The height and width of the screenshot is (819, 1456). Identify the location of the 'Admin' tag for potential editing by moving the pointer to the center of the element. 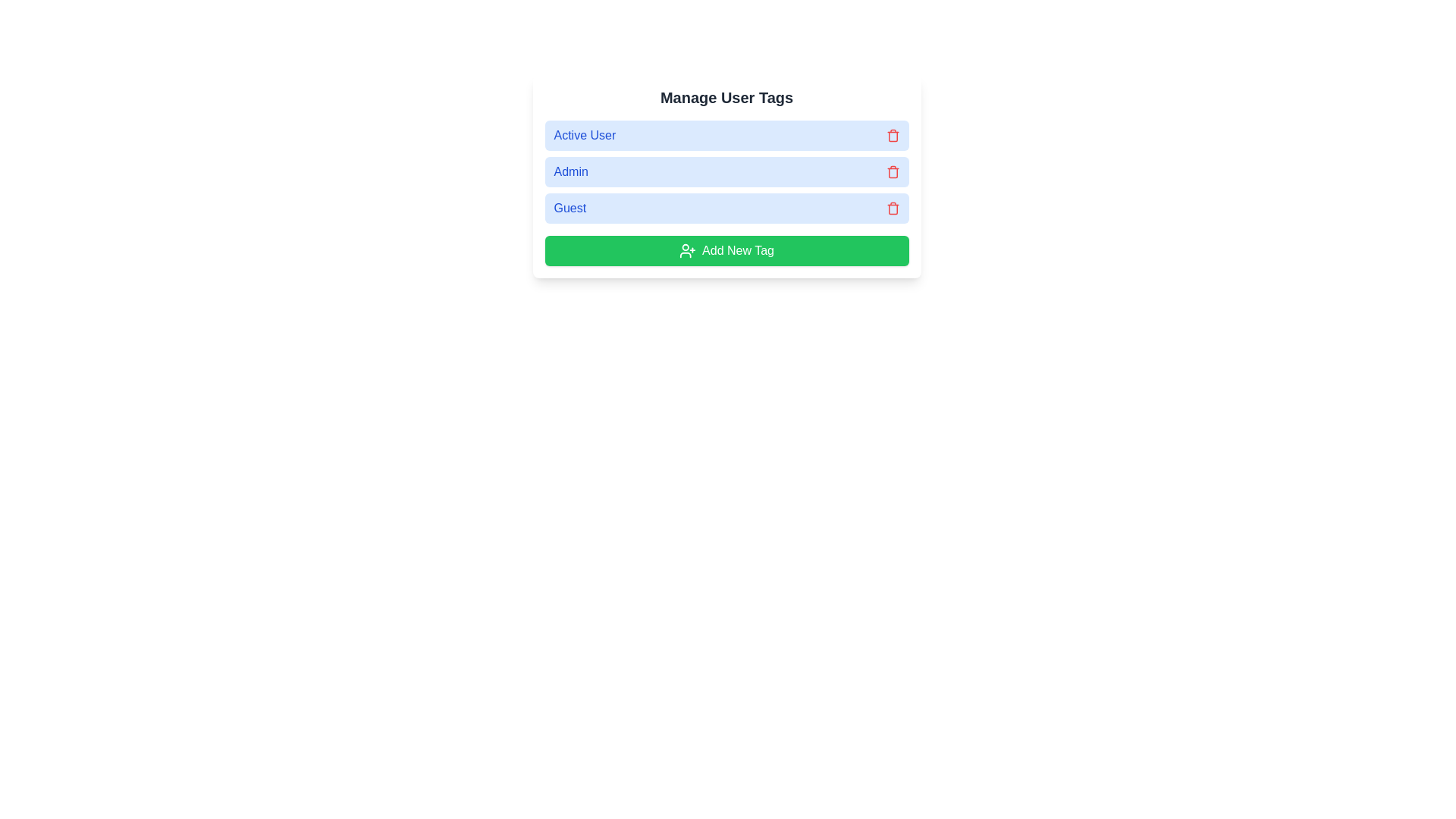
(726, 171).